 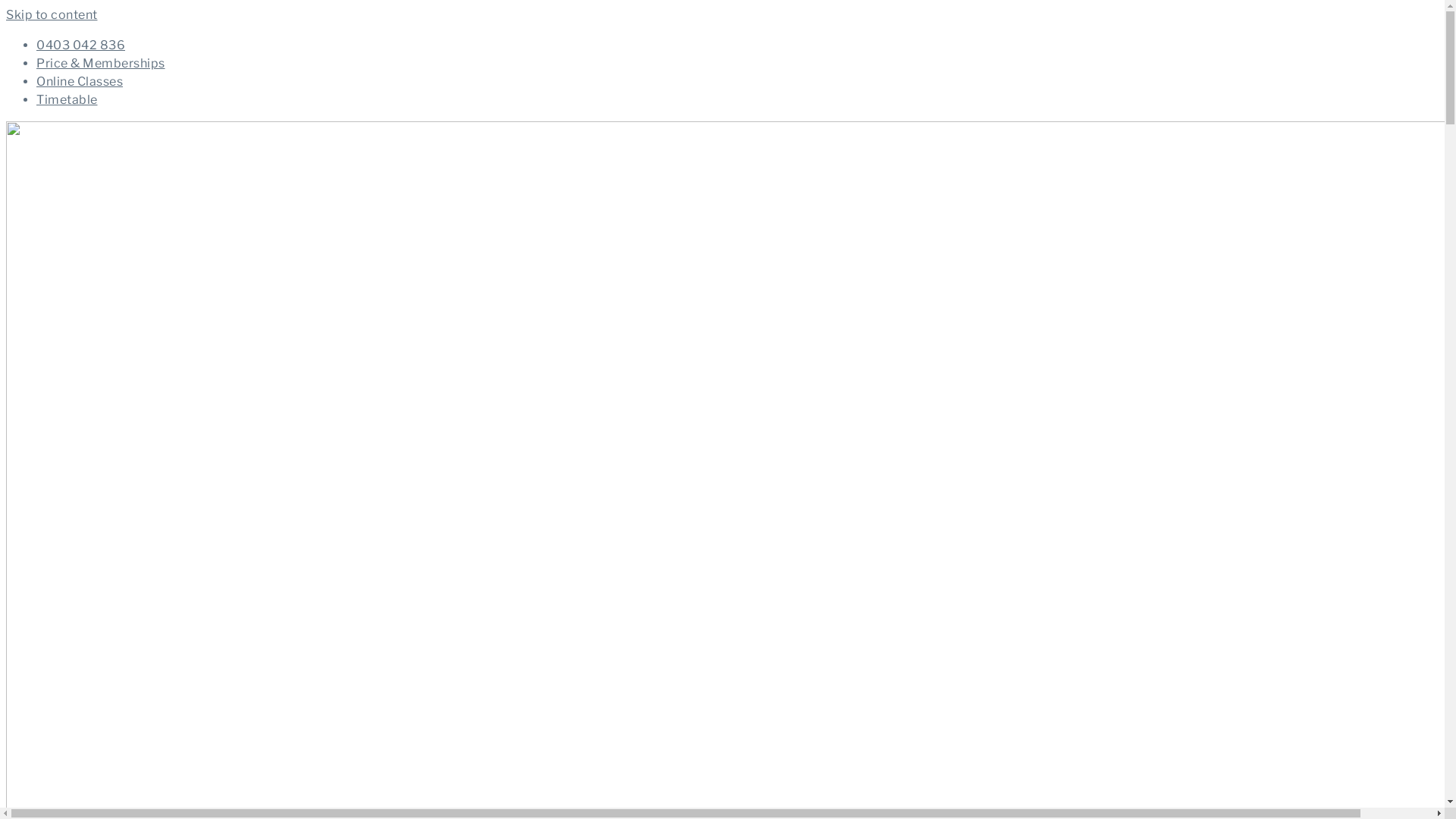 What do you see at coordinates (66, 99) in the screenshot?
I see `'Timetable'` at bounding box center [66, 99].